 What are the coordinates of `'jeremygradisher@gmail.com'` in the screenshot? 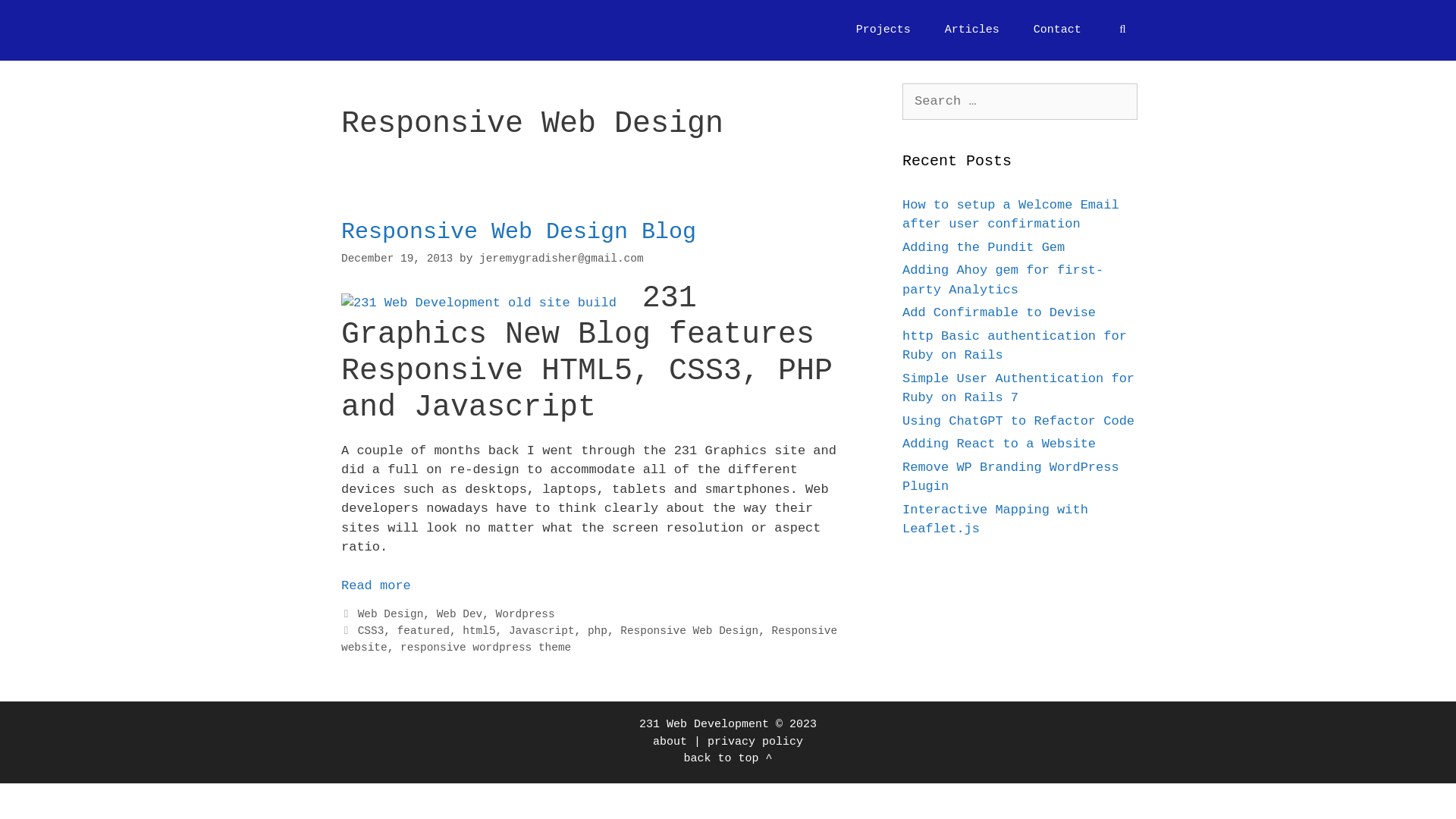 It's located at (560, 257).